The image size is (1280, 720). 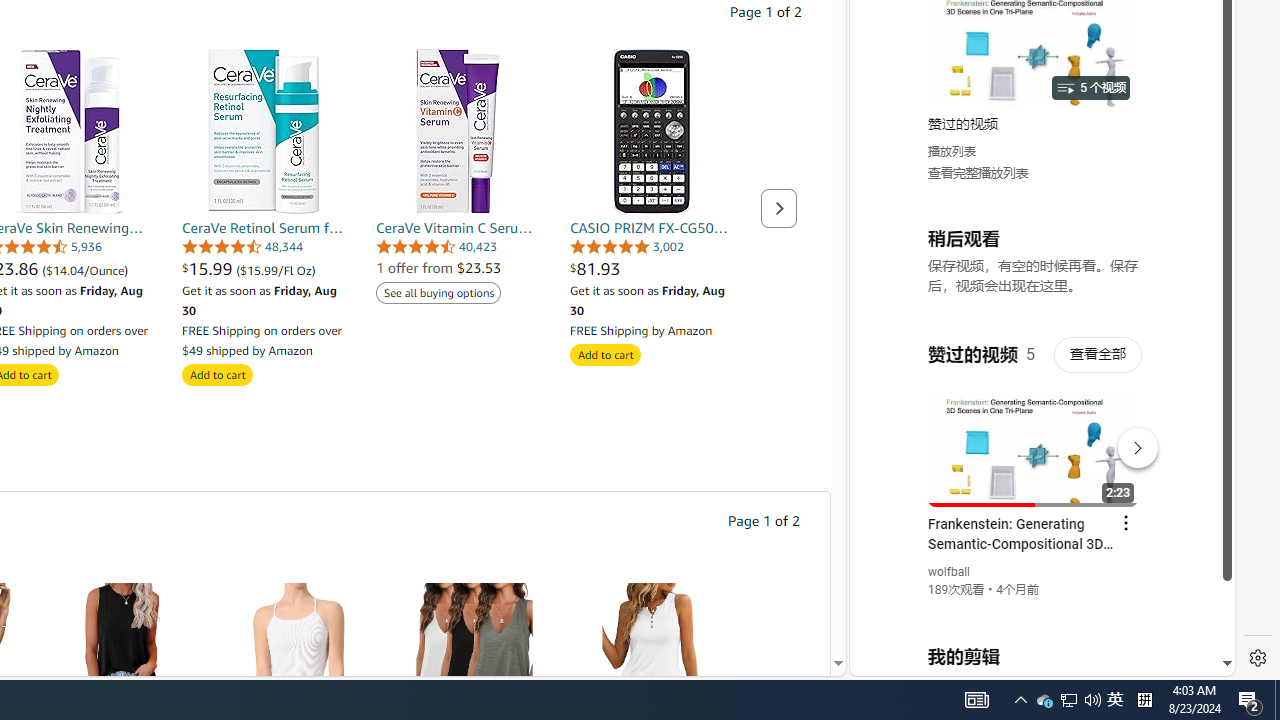 I want to click on 'CASIO PRIZM FX-CG50 Color Graphing Calculator', so click(x=652, y=131).